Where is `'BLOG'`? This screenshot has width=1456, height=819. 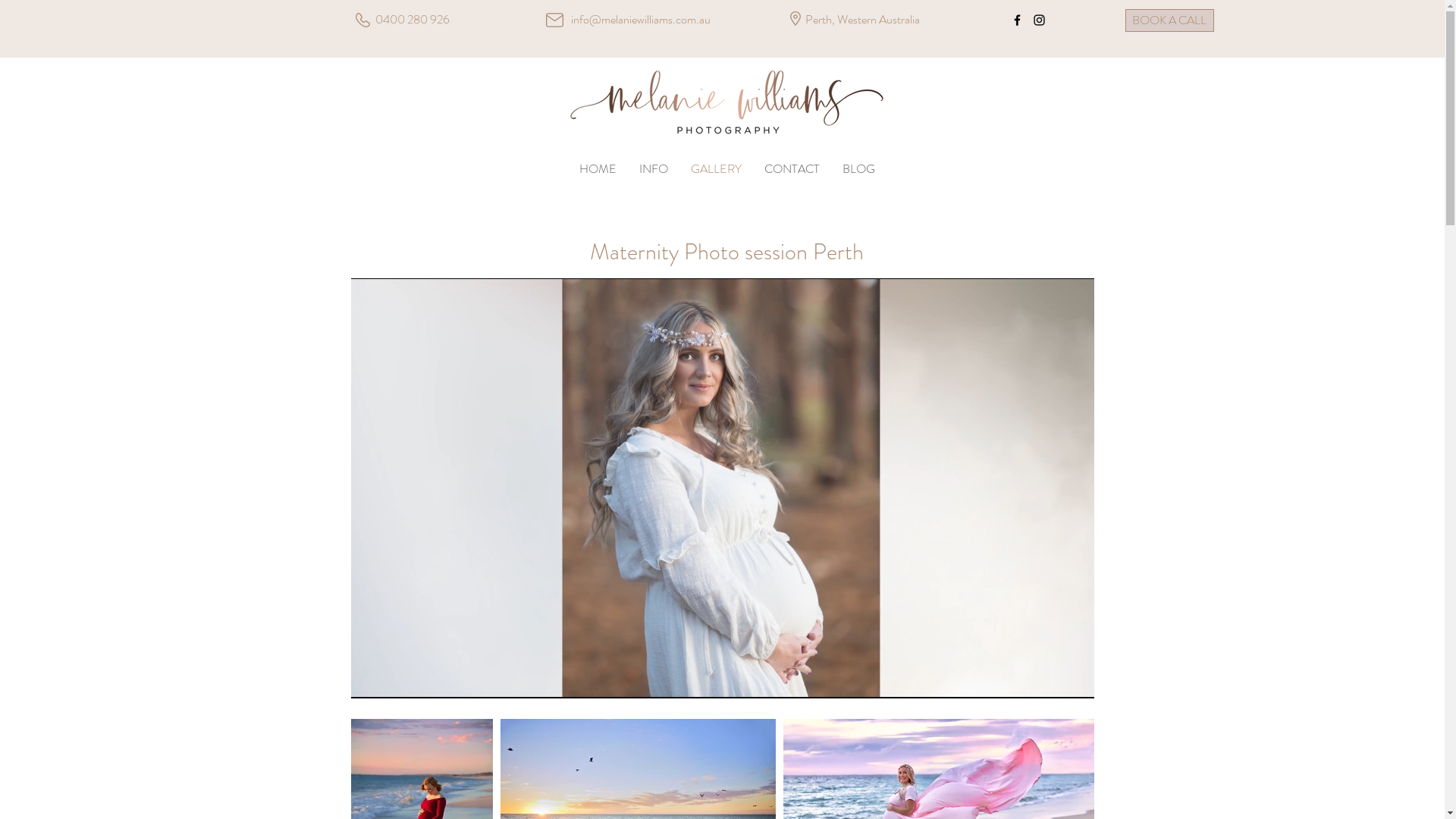
'BLOG' is located at coordinates (830, 169).